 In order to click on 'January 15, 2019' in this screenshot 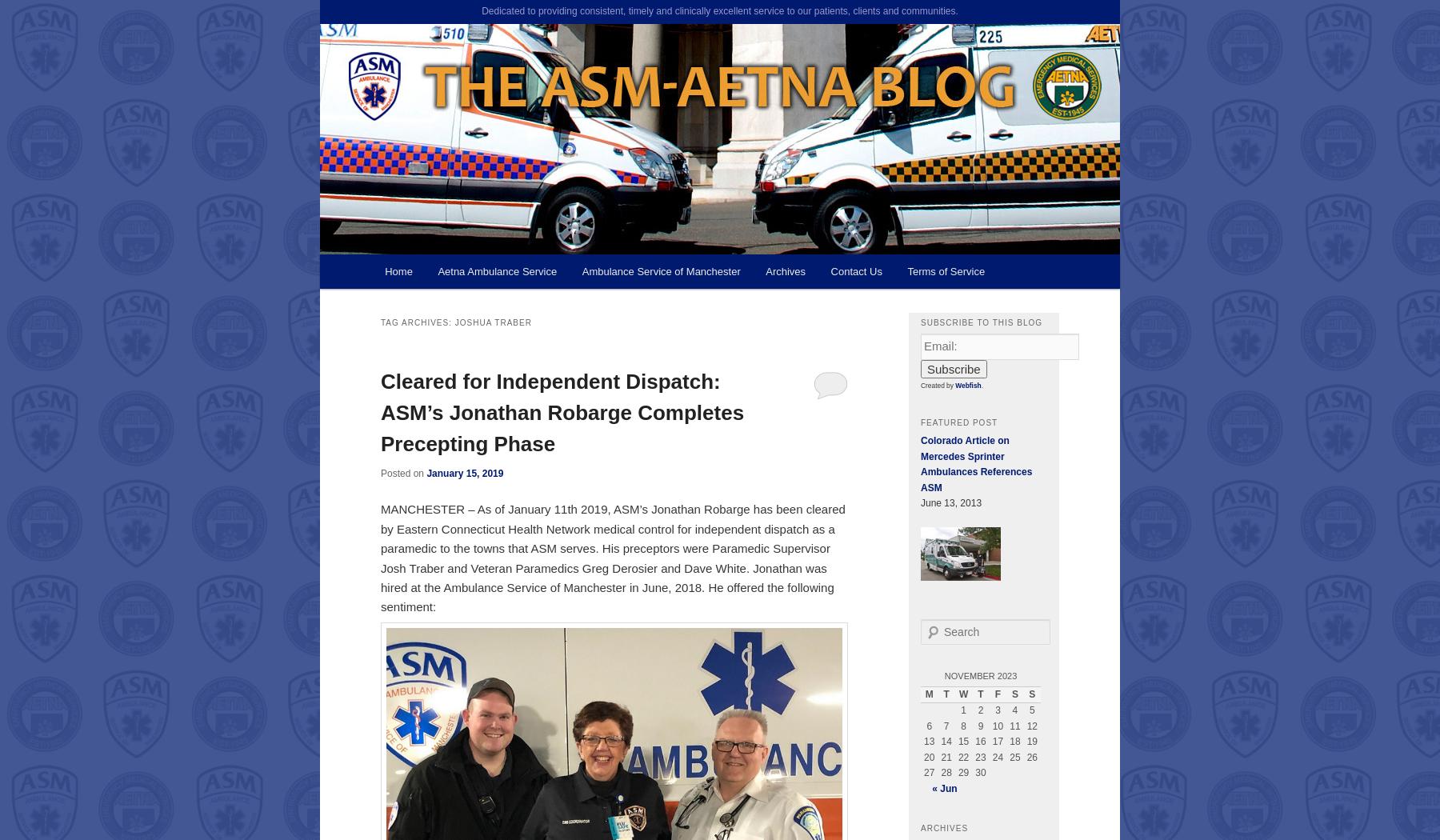, I will do `click(465, 472)`.